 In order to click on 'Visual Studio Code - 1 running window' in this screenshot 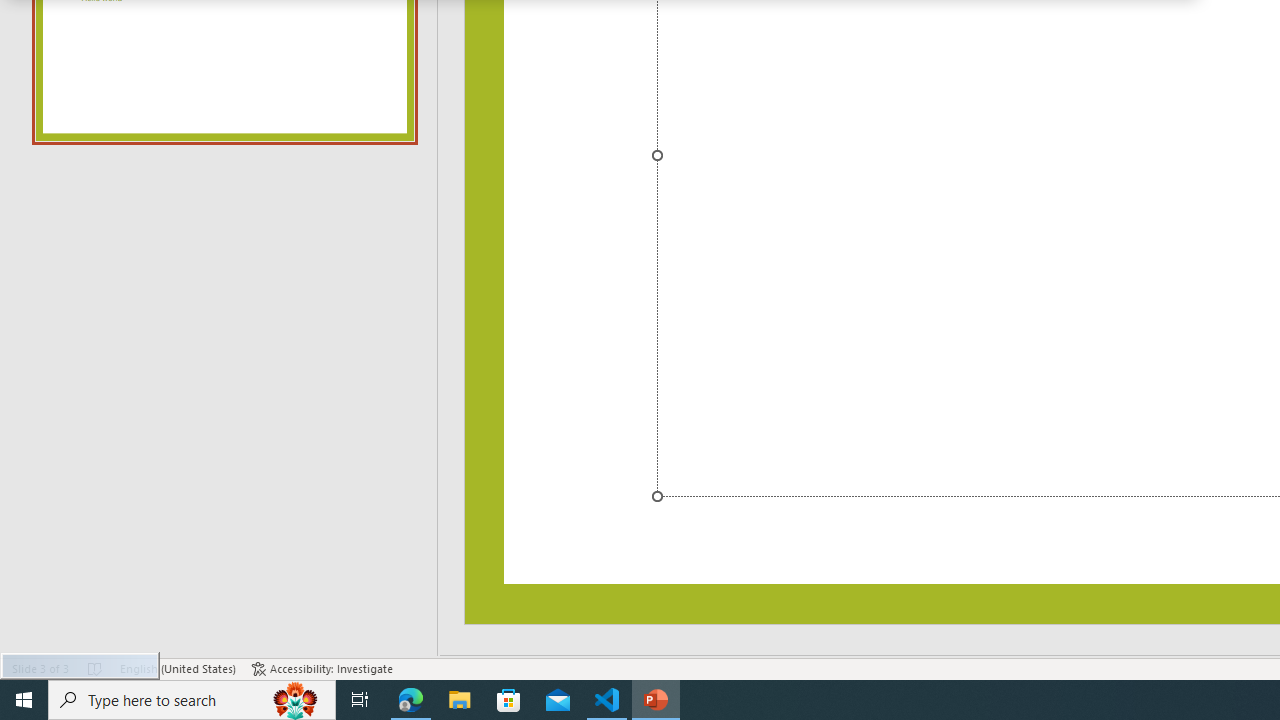, I will do `click(606, 698)`.